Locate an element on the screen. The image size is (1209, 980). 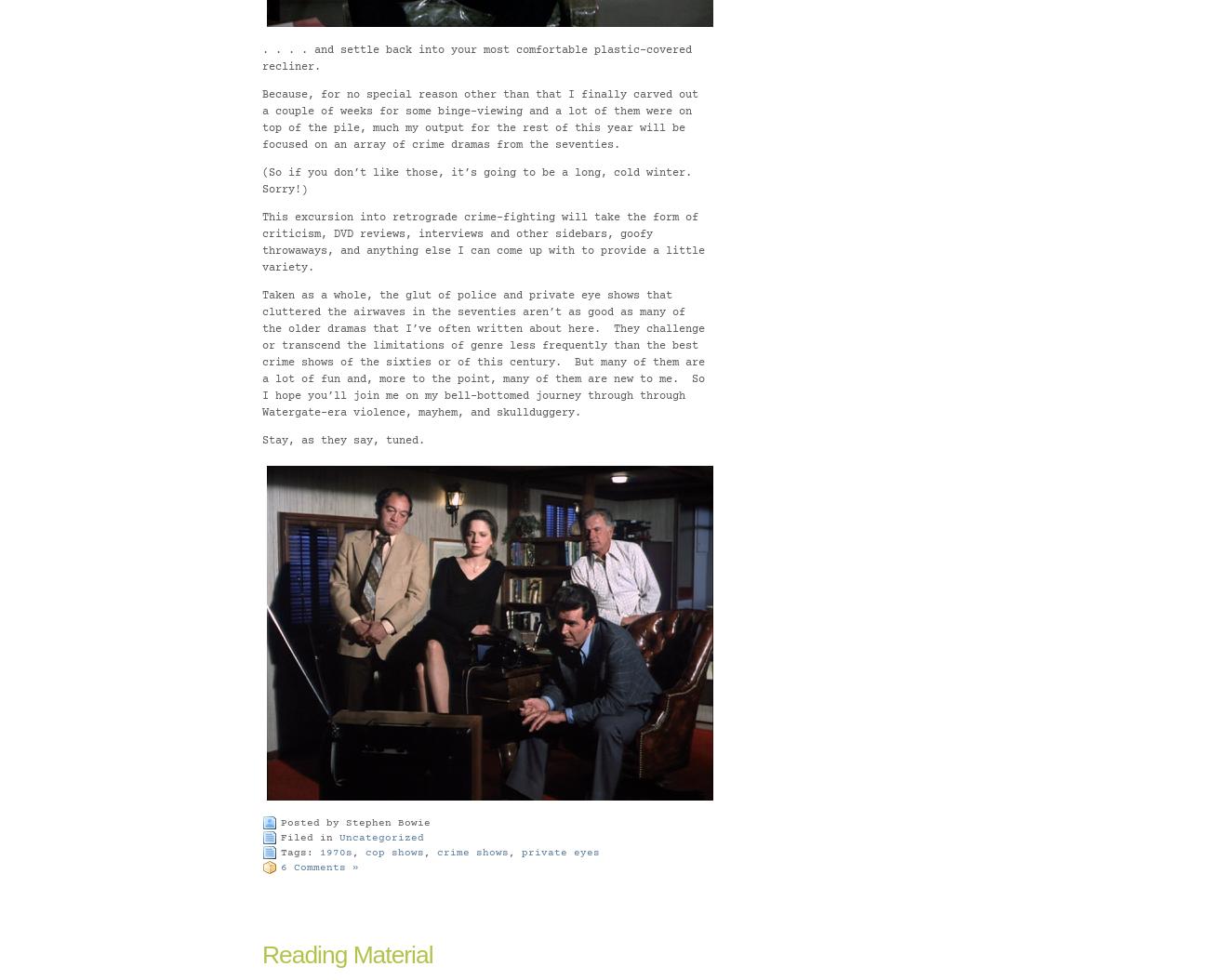
'cop shows' is located at coordinates (394, 851).